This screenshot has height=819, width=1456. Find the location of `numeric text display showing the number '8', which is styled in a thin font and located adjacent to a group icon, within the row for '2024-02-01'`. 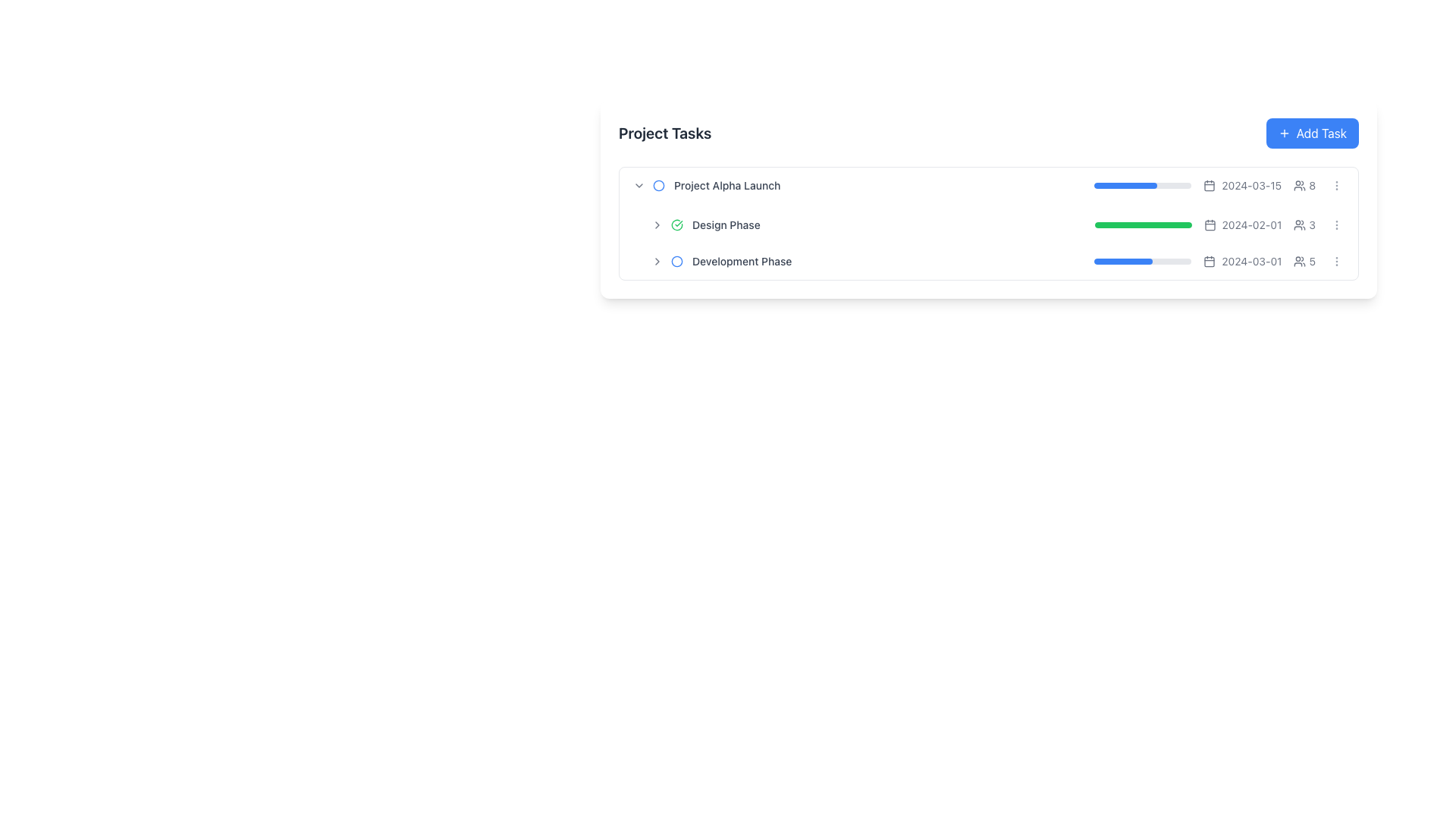

numeric text display showing the number '8', which is styled in a thin font and located adjacent to a group icon, within the row for '2024-02-01' is located at coordinates (1311, 185).